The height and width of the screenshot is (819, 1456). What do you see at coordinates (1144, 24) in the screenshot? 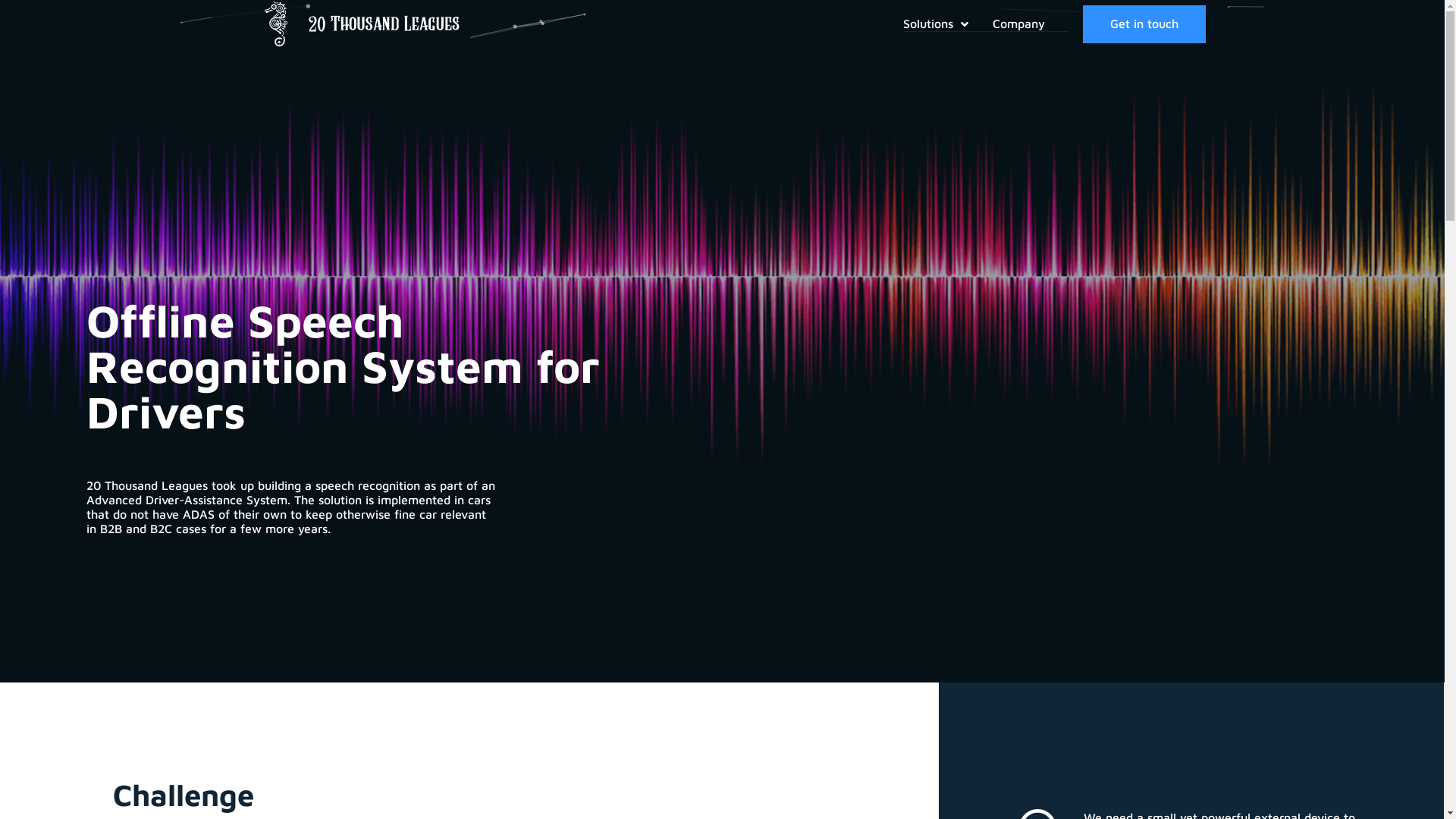
I see `'Get in touch'` at bounding box center [1144, 24].